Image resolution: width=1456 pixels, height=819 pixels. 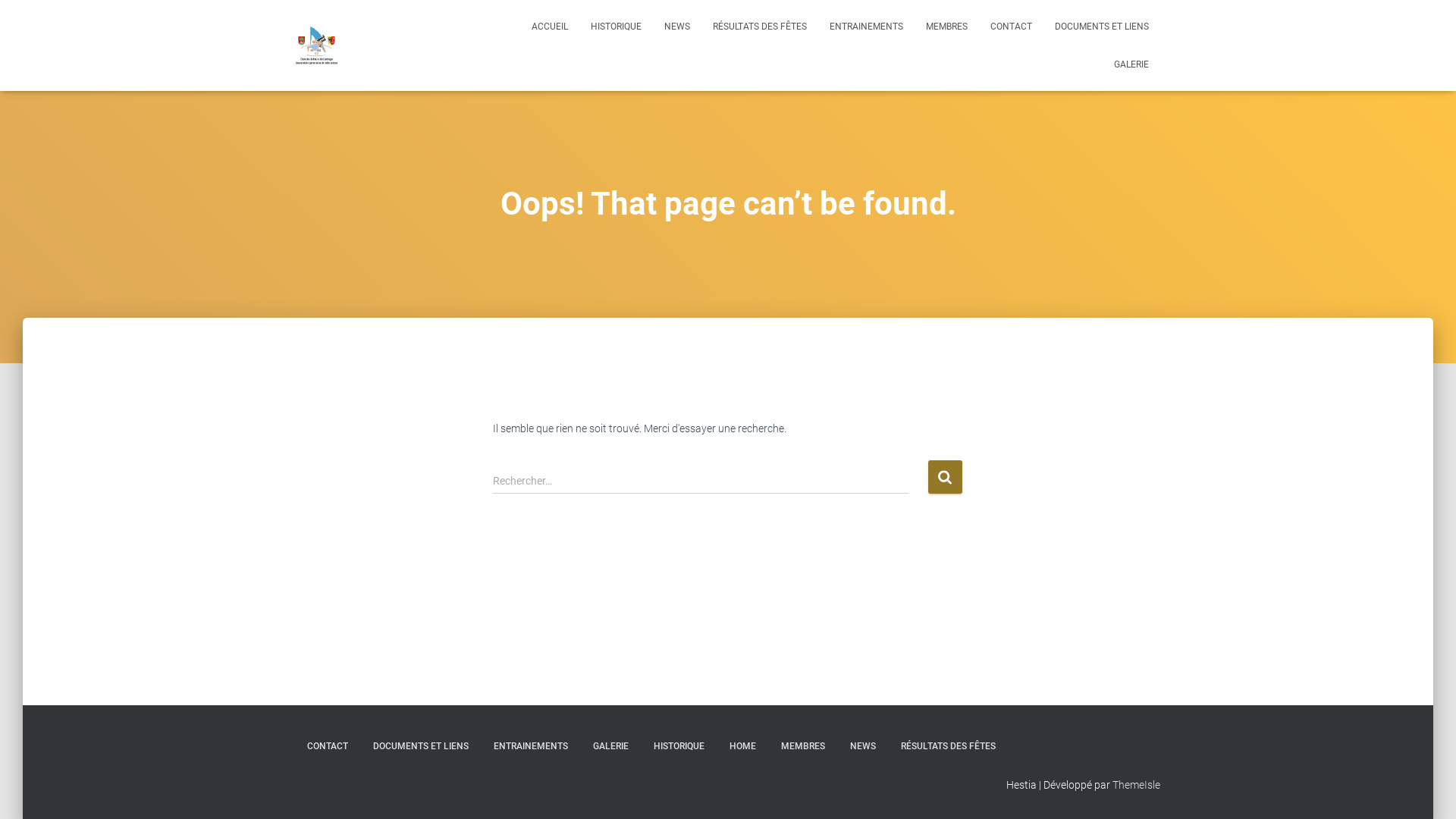 I want to click on 'HISTORIQUE', so click(x=616, y=26).